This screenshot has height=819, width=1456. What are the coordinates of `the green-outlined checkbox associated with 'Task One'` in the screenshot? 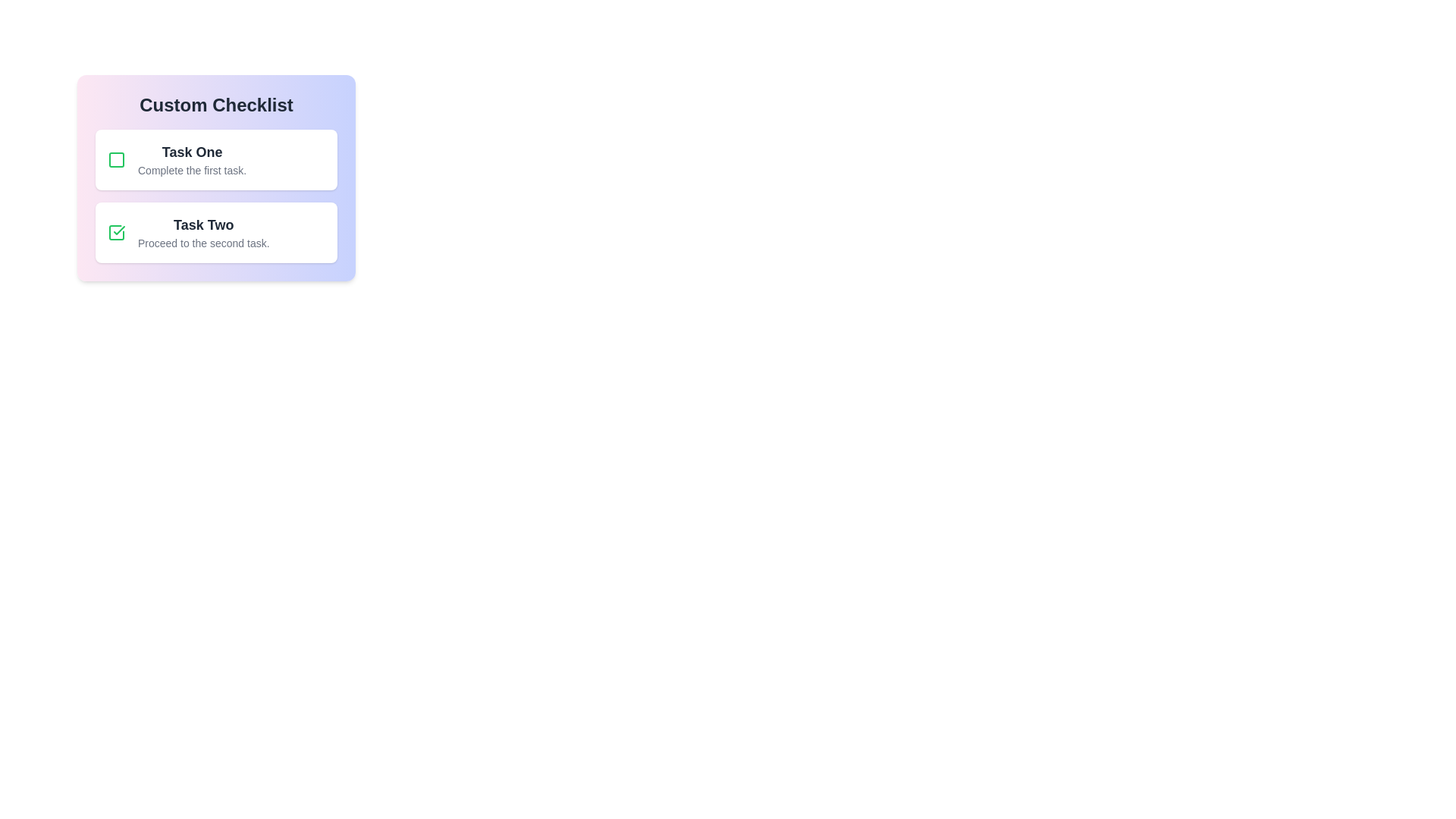 It's located at (115, 160).